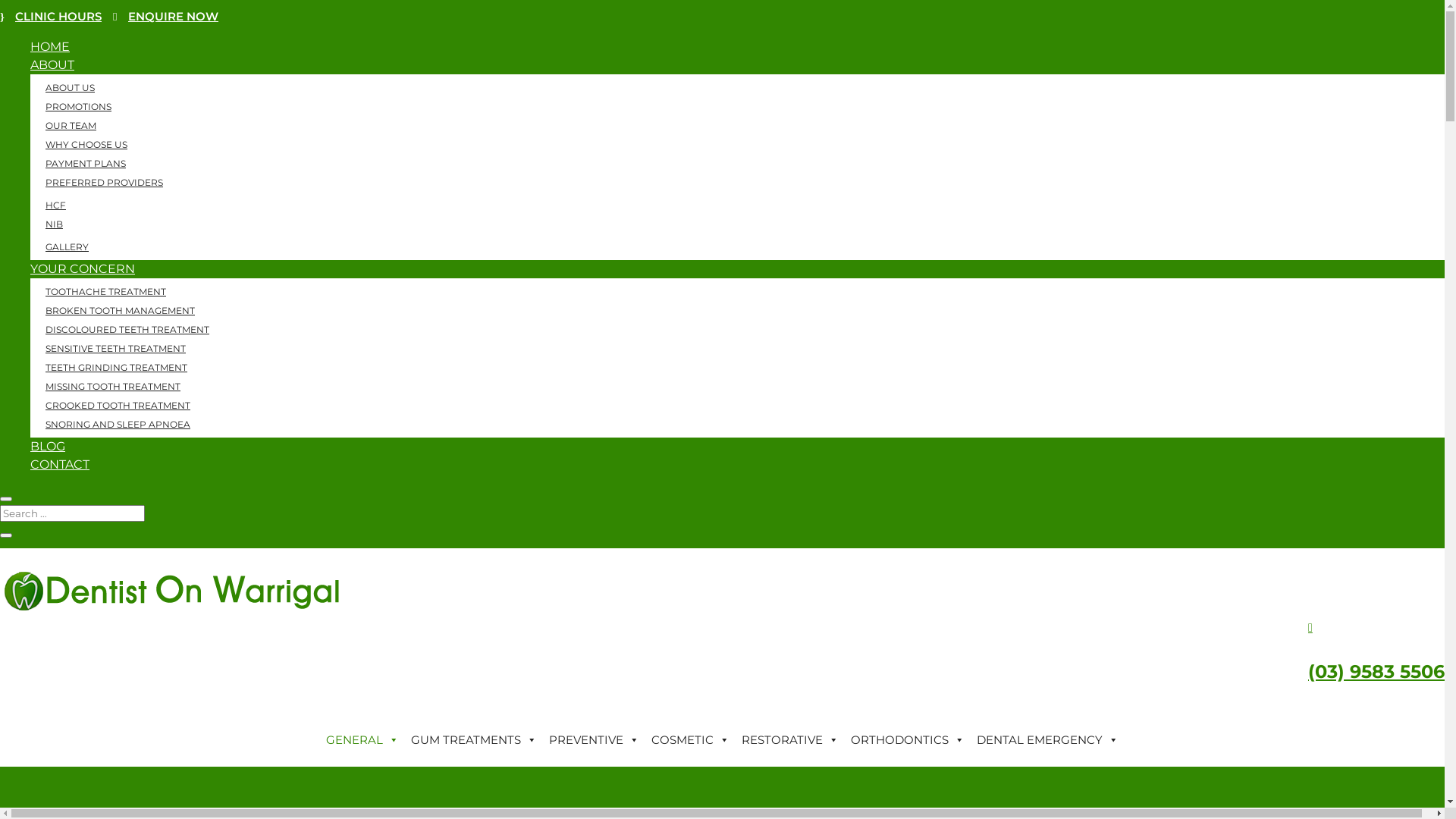  I want to click on 'ENQUIRE NOW', so click(165, 16).